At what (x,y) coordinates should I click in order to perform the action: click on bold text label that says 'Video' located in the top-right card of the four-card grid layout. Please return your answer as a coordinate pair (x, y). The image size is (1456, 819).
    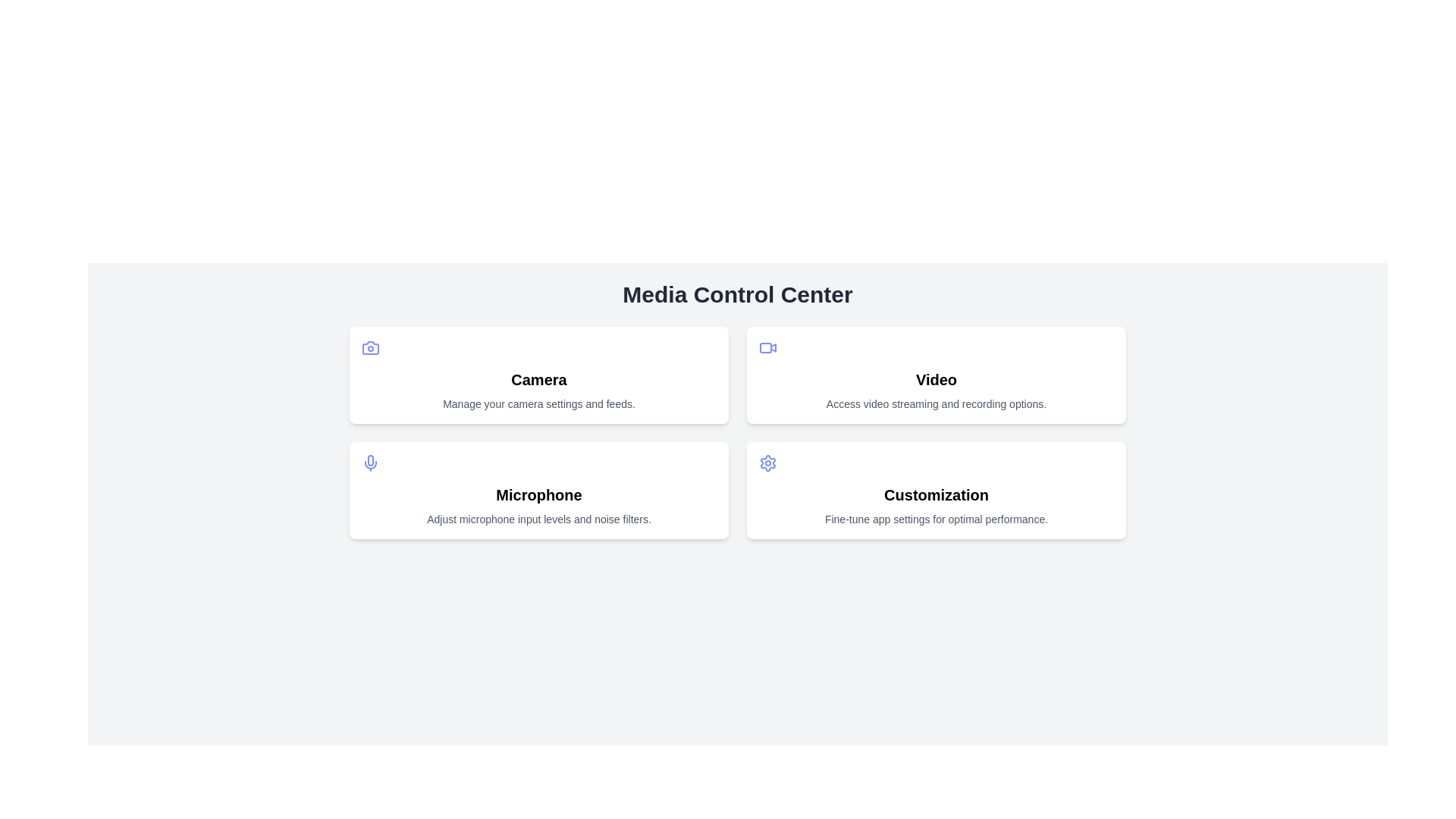
    Looking at the image, I should click on (935, 379).